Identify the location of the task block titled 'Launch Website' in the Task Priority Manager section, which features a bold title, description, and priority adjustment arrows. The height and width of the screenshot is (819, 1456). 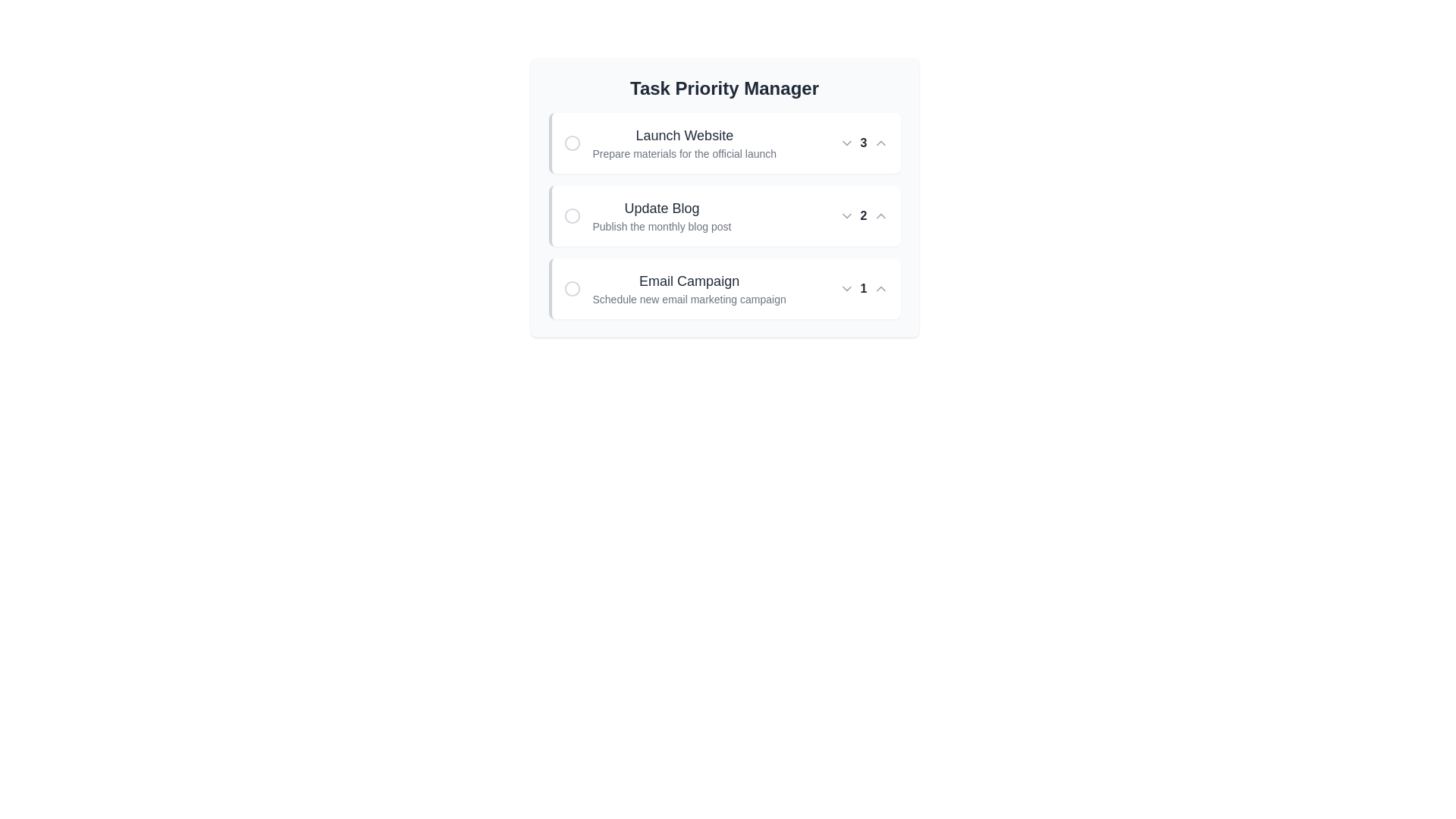
(723, 143).